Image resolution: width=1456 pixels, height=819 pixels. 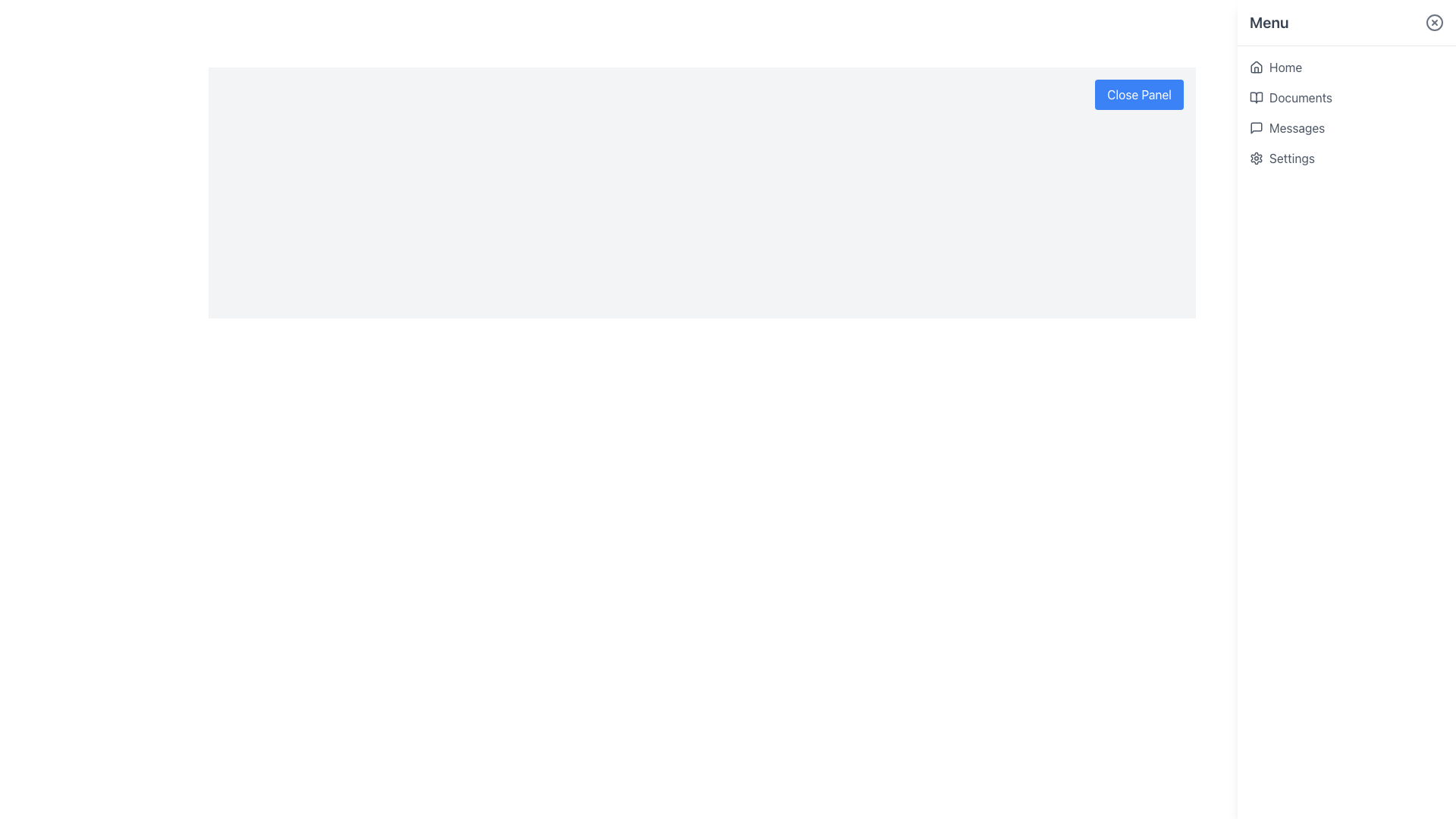 What do you see at coordinates (1347, 158) in the screenshot?
I see `the 'Settings' button in the horizontal menu, which is the fourth item in the list` at bounding box center [1347, 158].